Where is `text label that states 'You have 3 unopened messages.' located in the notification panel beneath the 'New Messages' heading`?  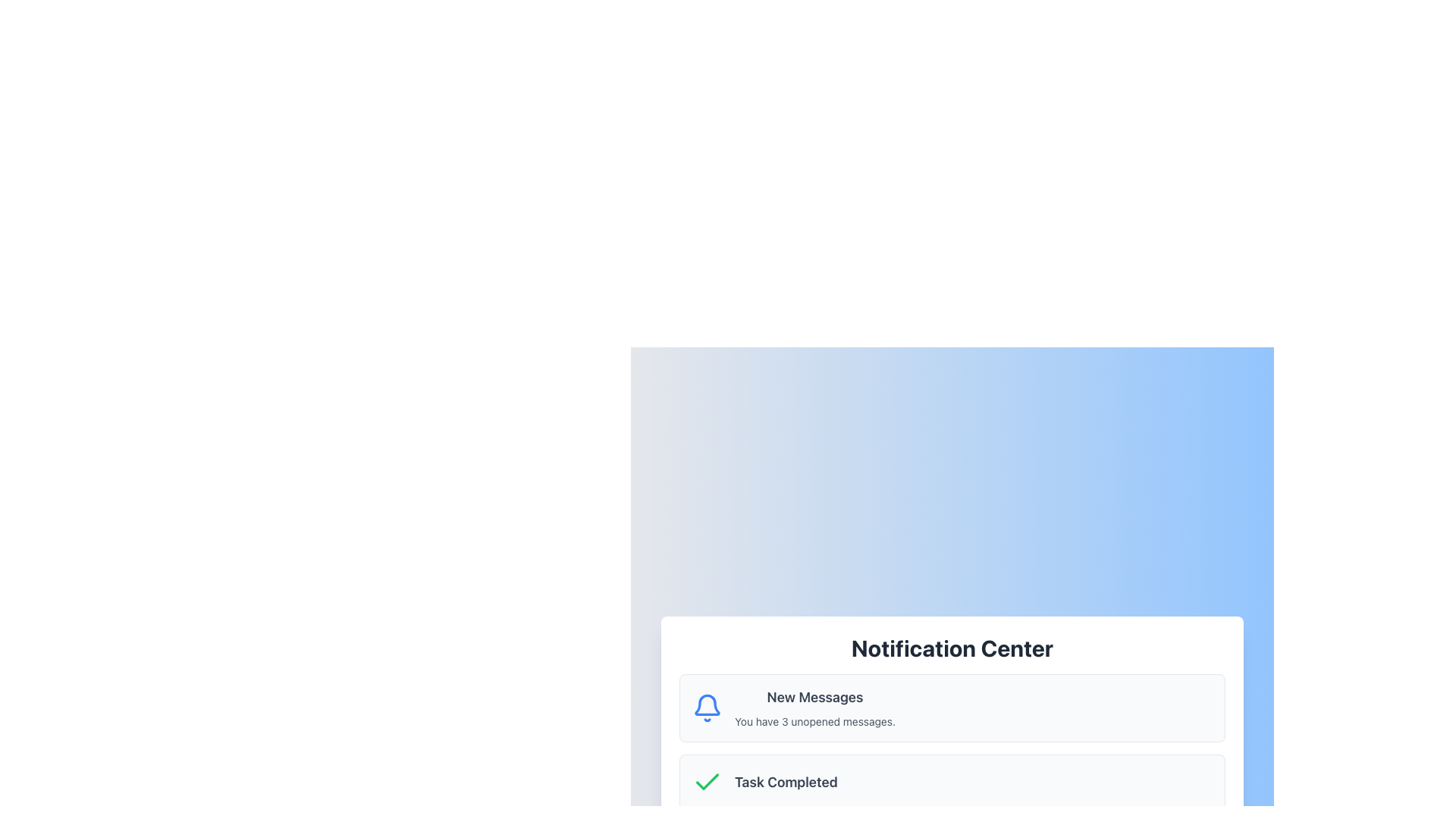 text label that states 'You have 3 unopened messages.' located in the notification panel beneath the 'New Messages' heading is located at coordinates (814, 721).